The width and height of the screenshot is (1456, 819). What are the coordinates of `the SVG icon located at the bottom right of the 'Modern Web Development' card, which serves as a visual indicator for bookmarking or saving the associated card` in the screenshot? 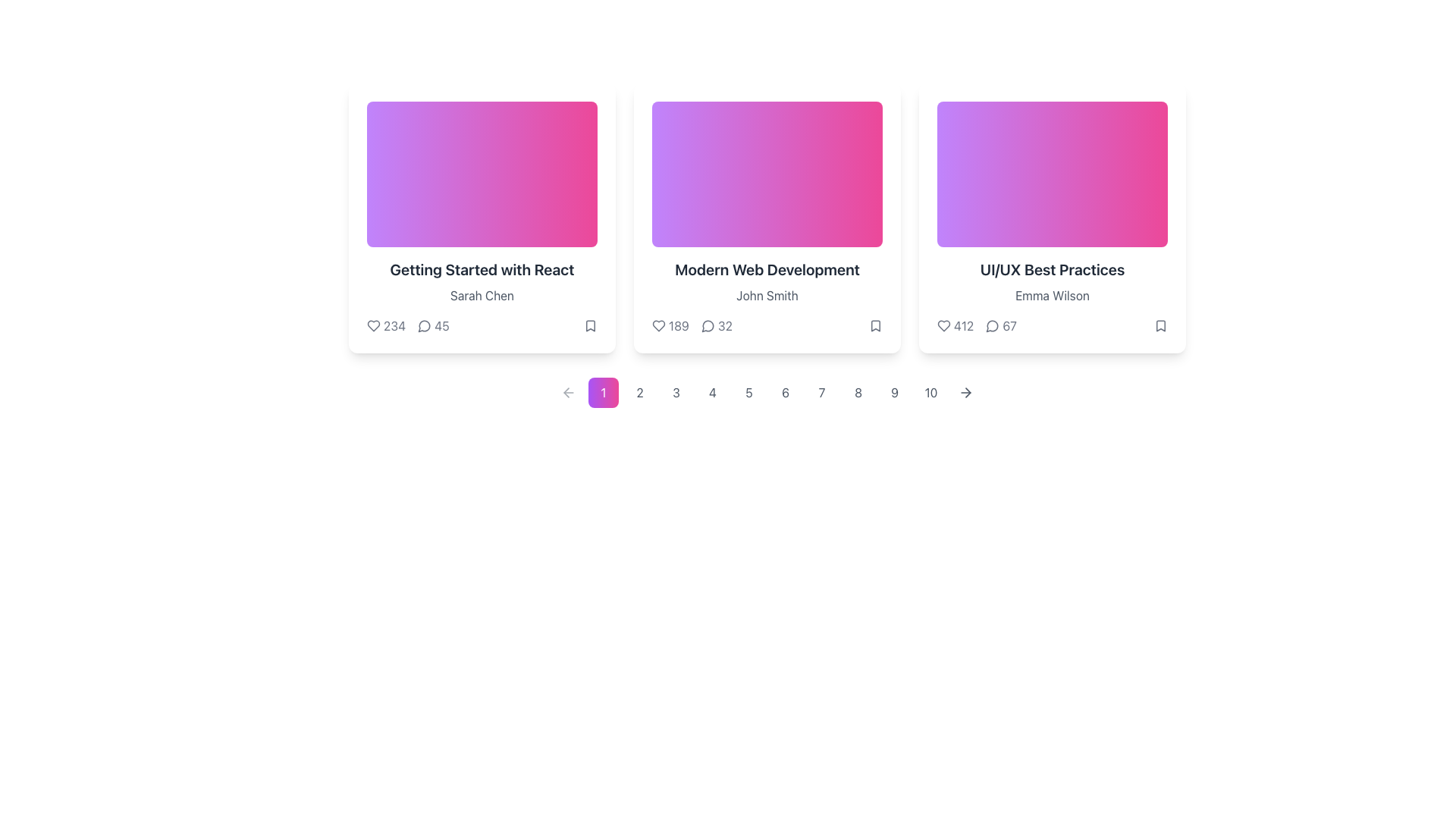 It's located at (876, 325).